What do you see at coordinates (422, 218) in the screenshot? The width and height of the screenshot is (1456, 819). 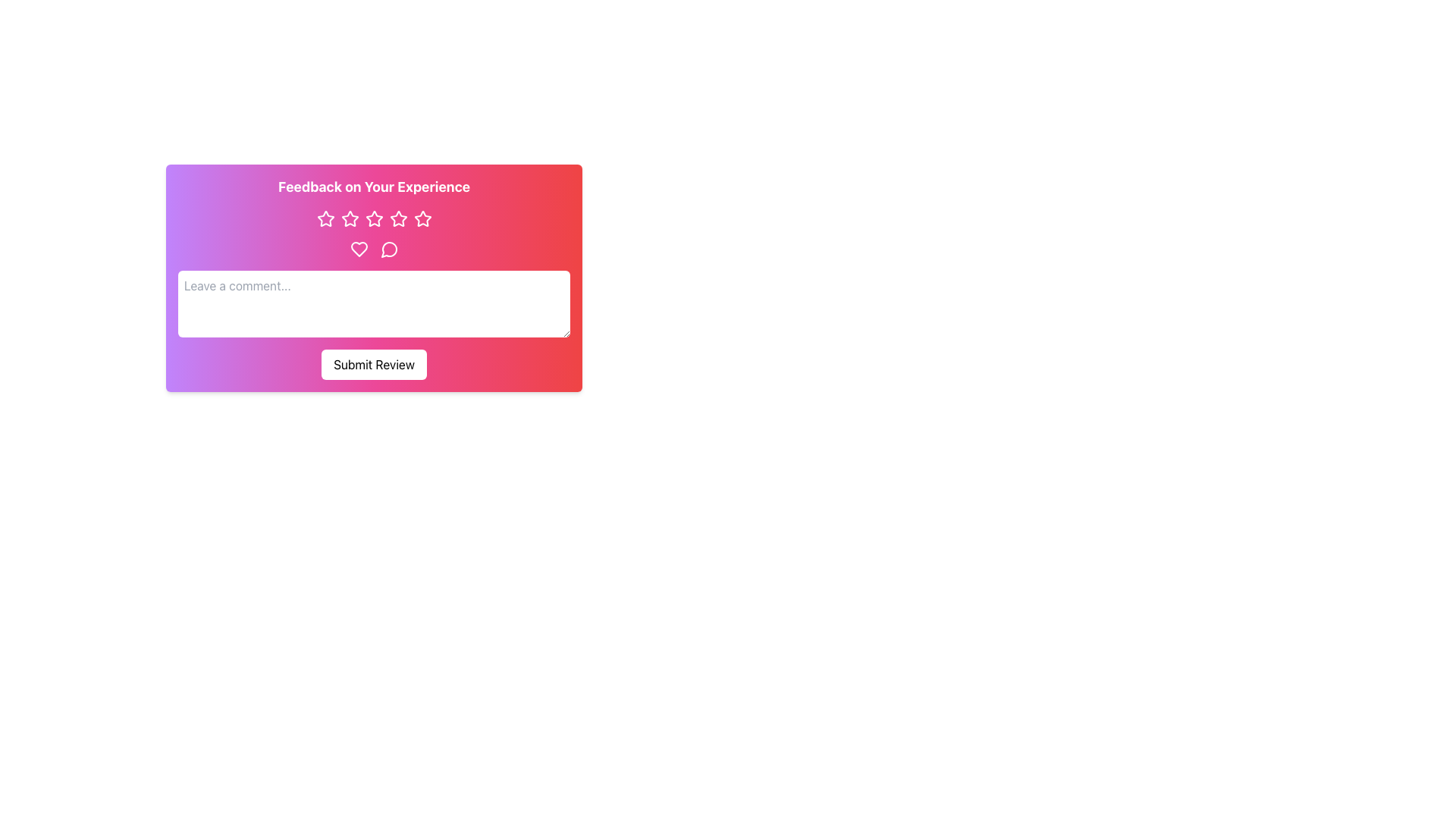 I see `the fifth star icon` at bounding box center [422, 218].